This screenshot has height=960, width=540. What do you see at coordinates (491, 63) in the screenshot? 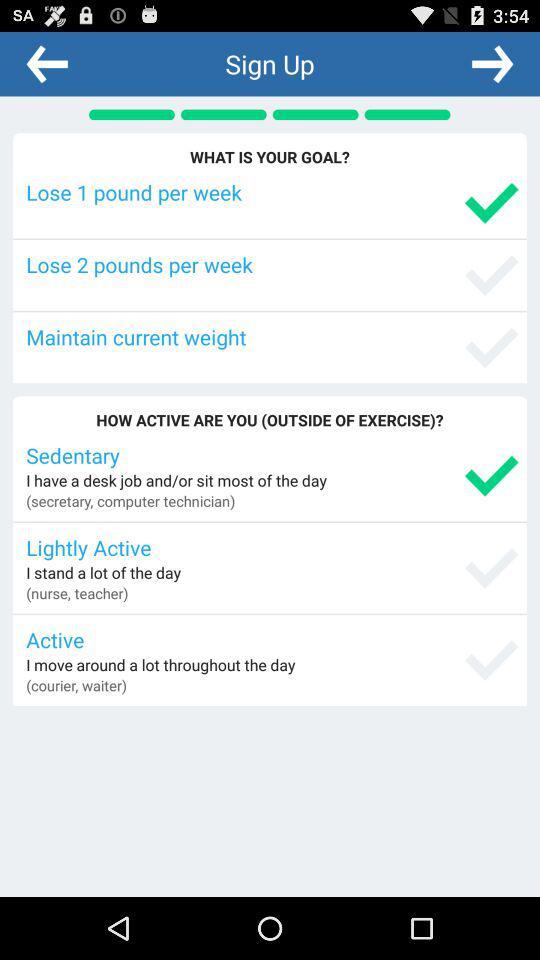
I see `item next to sign up icon` at bounding box center [491, 63].